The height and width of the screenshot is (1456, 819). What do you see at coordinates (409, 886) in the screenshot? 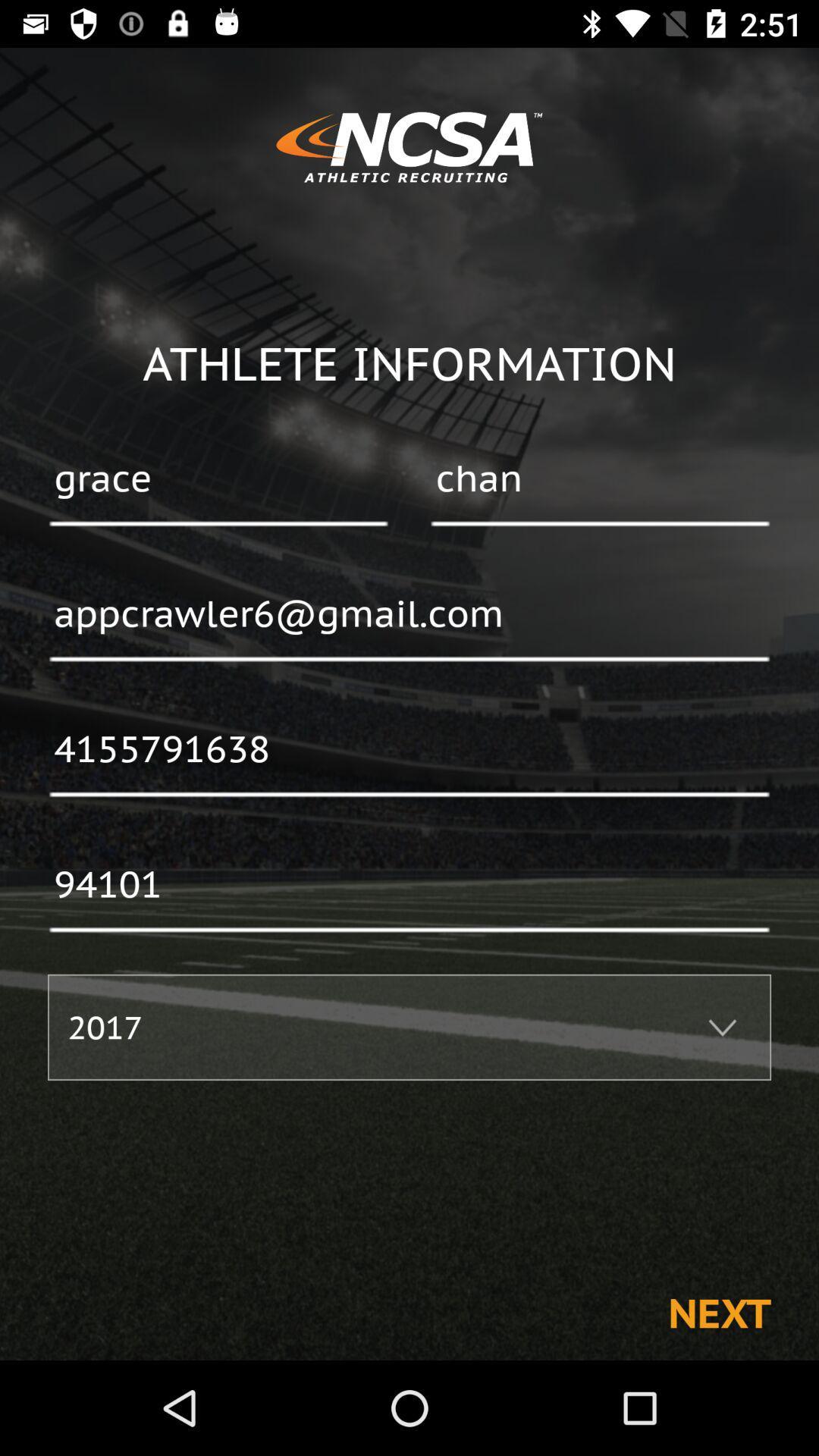
I see `item below the 4155791638 item` at bounding box center [409, 886].